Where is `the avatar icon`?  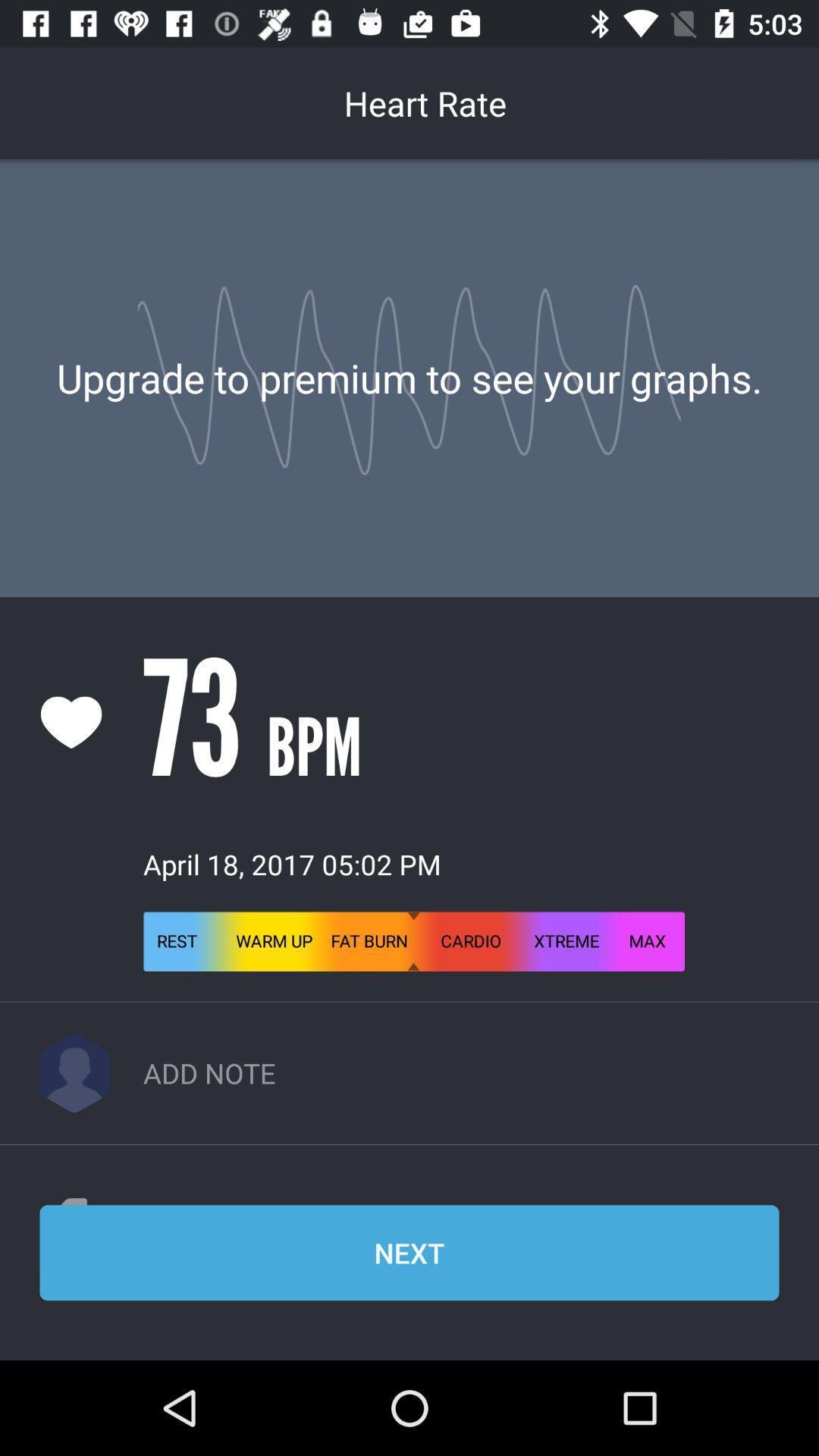 the avatar icon is located at coordinates (74, 1072).